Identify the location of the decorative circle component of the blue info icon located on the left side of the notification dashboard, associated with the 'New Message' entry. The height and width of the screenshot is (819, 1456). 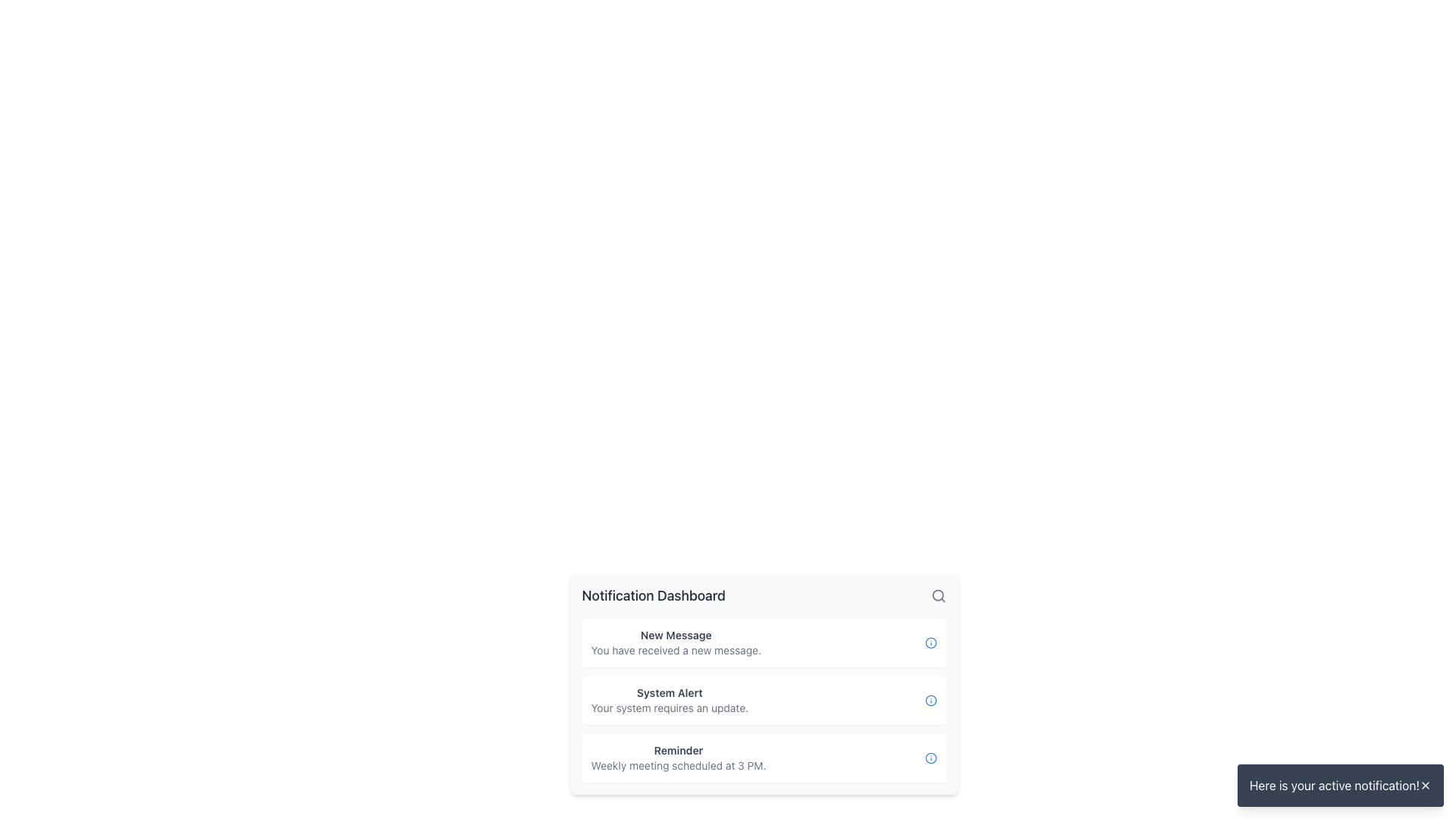
(930, 643).